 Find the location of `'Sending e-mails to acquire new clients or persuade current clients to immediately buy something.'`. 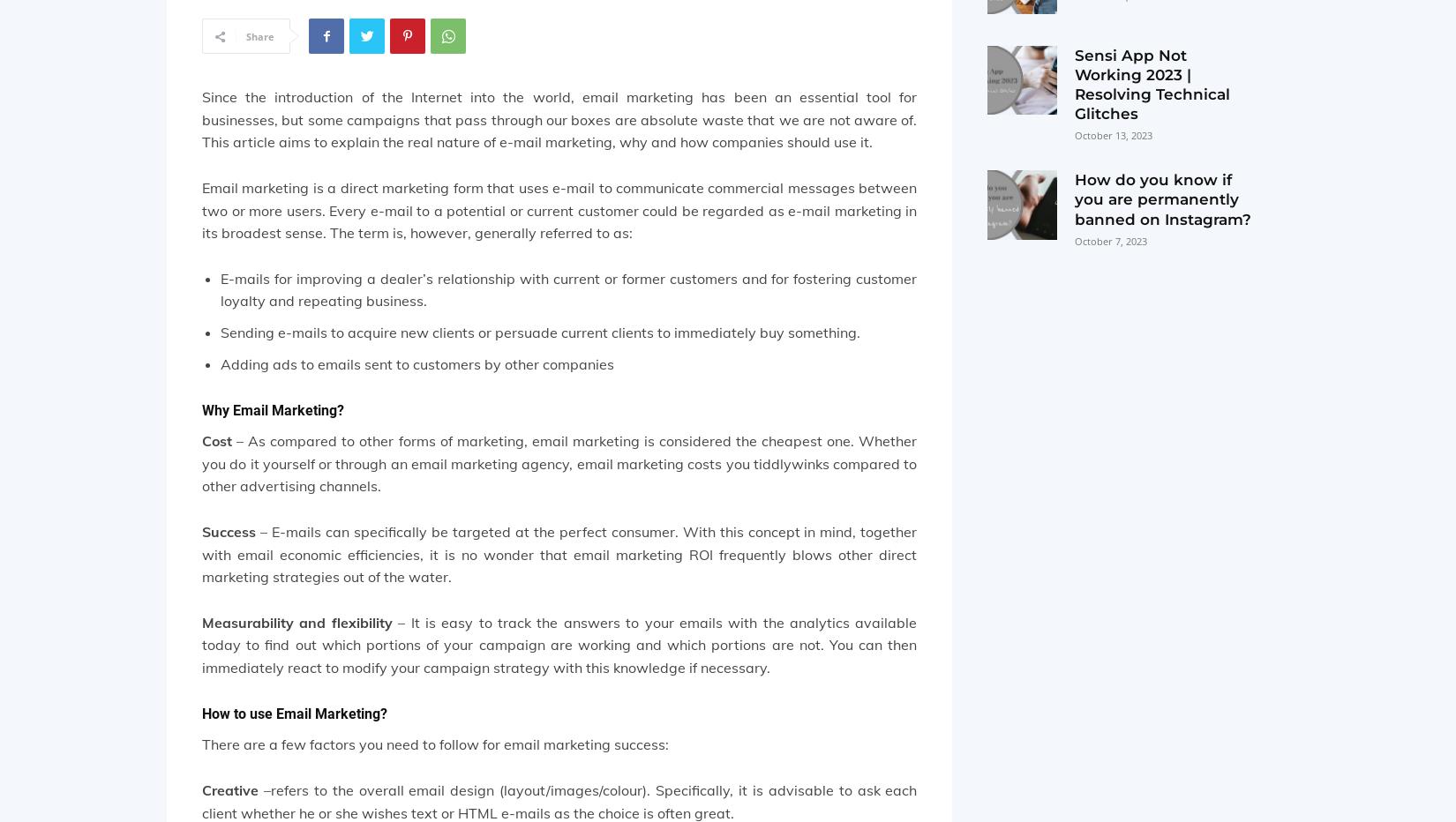

'Sending e-mails to acquire new clients or persuade current clients to immediately buy something.' is located at coordinates (220, 330).